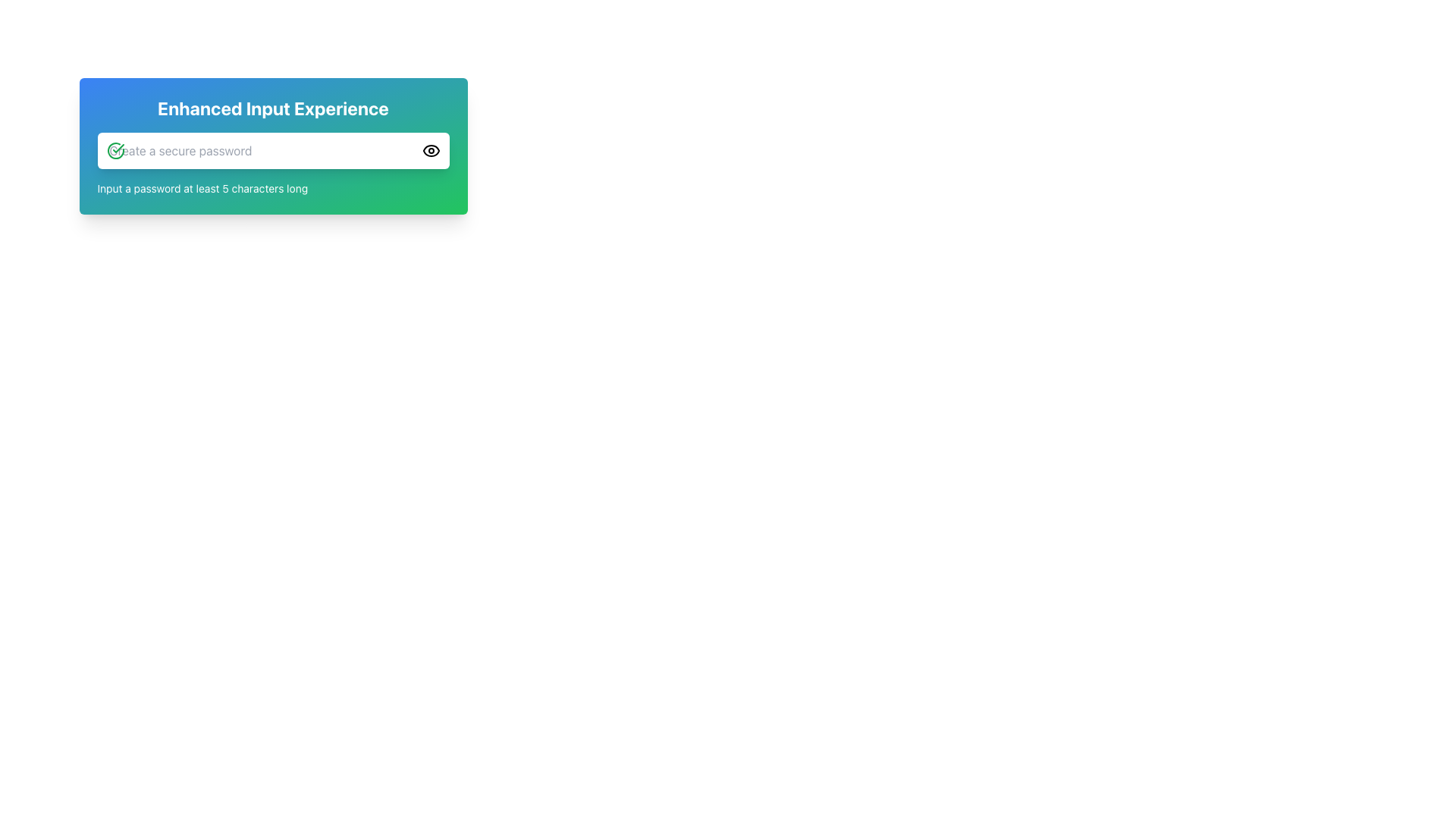  I want to click on the instructional text element located directly below the password input box, which provides guidance for creating a password, so click(202, 188).